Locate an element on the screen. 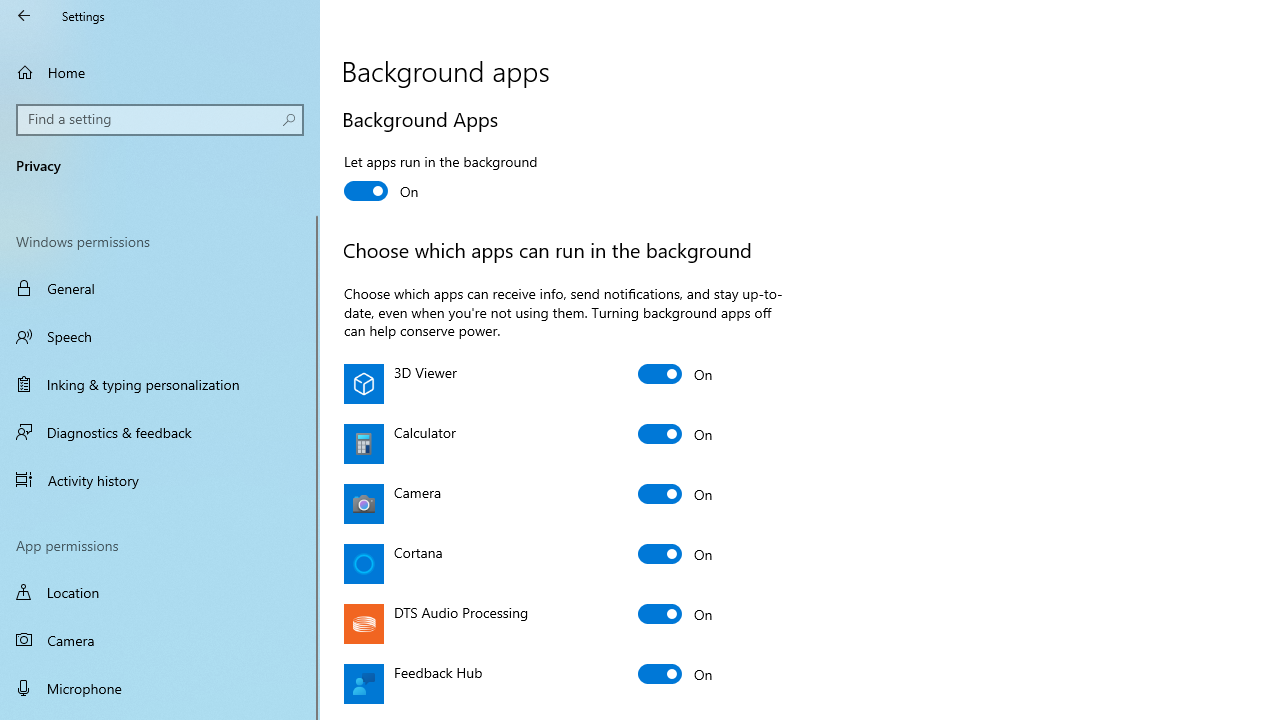 The height and width of the screenshot is (720, 1280). 'Let apps run in the background' is located at coordinates (439, 178).